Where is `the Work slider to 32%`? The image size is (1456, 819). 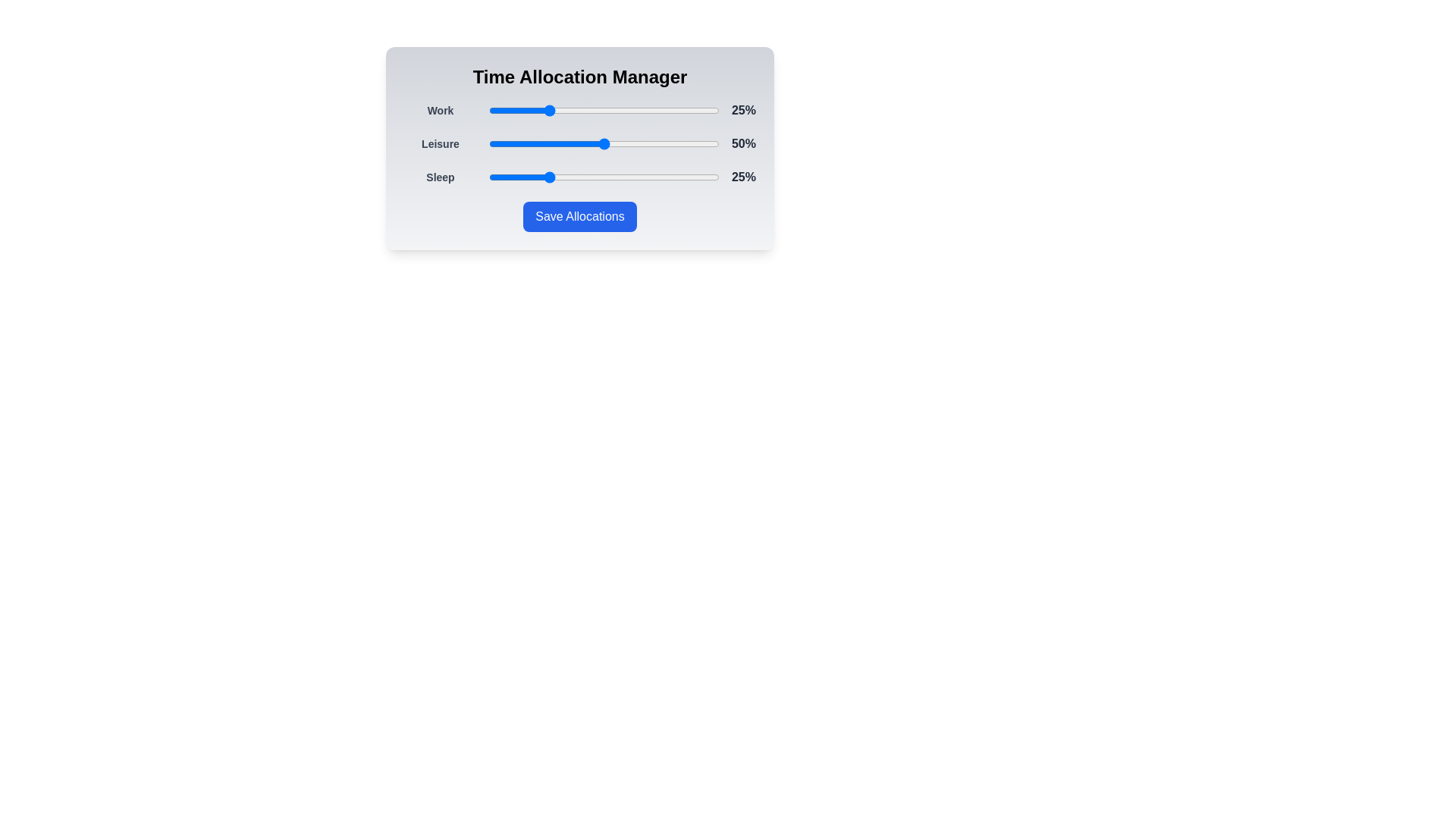 the Work slider to 32% is located at coordinates (561, 110).